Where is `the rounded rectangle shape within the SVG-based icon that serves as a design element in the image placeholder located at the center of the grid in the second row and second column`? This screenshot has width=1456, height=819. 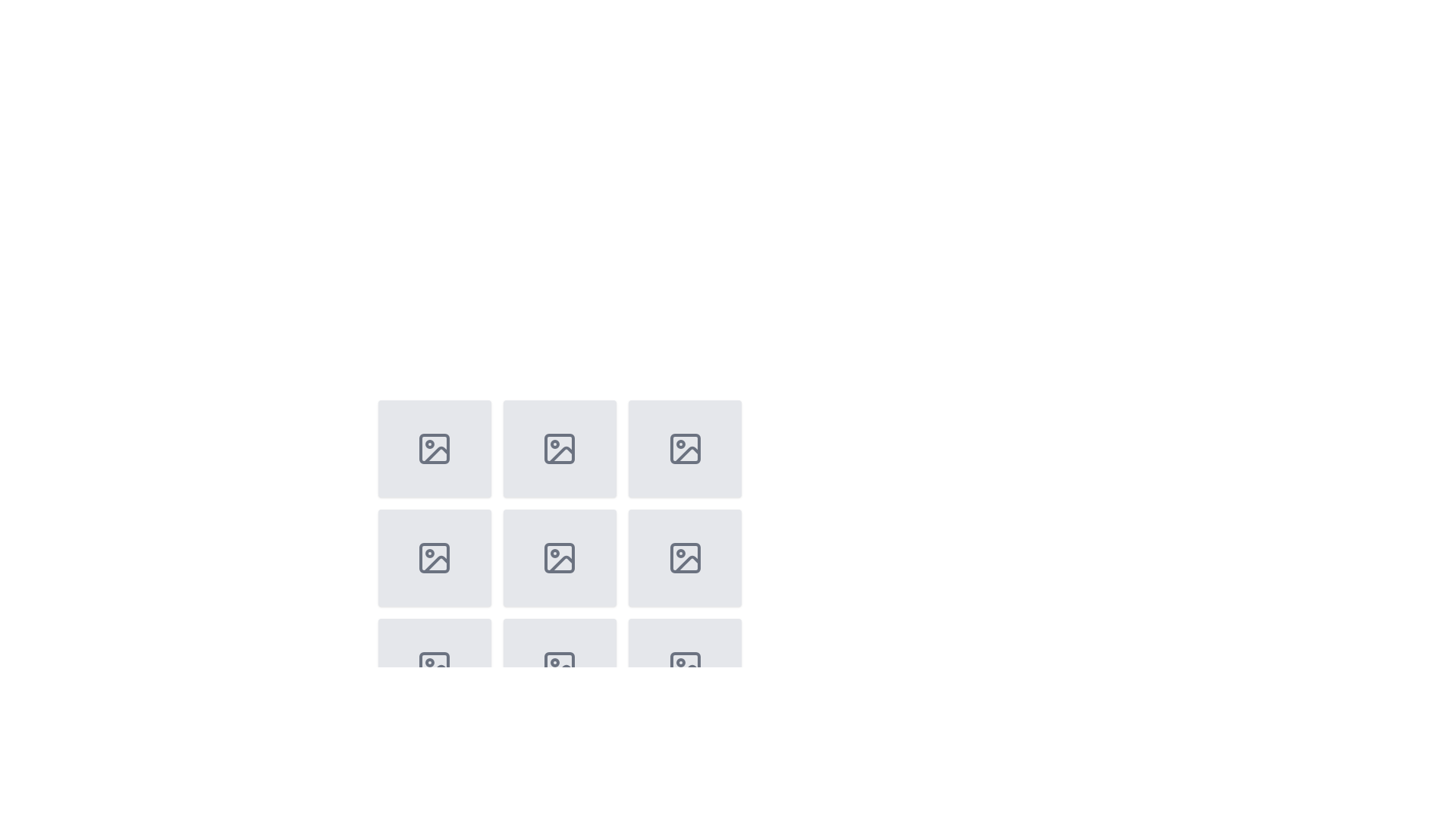 the rounded rectangle shape within the SVG-based icon that serves as a design element in the image placeholder located at the center of the grid in the second row and second column is located at coordinates (559, 447).